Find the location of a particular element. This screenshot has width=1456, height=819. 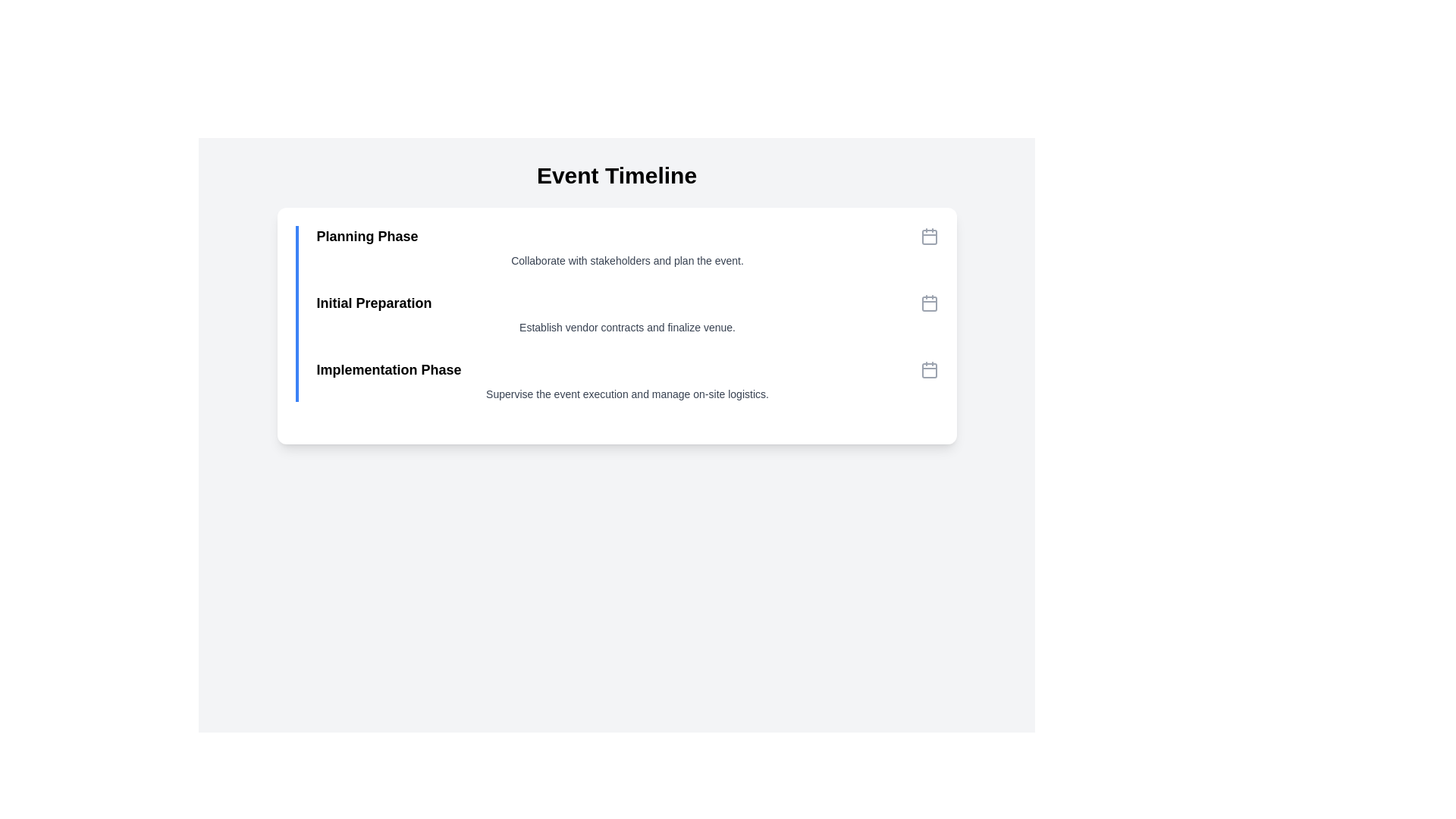

the visual indicator located to the left of the 'Planning Phase' title is located at coordinates (298, 231).